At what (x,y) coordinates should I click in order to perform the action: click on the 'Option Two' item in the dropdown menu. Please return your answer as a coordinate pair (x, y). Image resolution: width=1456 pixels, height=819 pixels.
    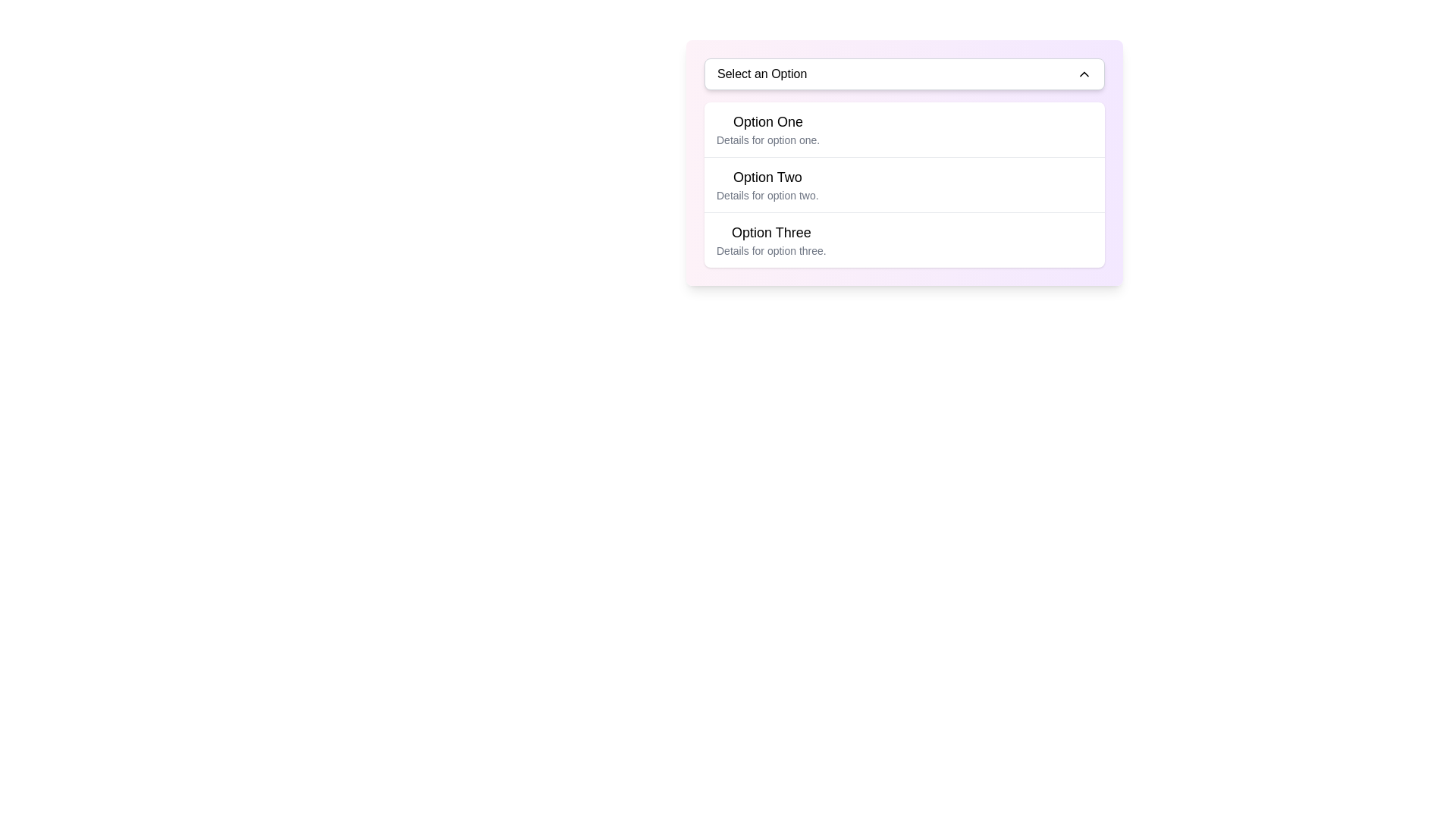
    Looking at the image, I should click on (905, 163).